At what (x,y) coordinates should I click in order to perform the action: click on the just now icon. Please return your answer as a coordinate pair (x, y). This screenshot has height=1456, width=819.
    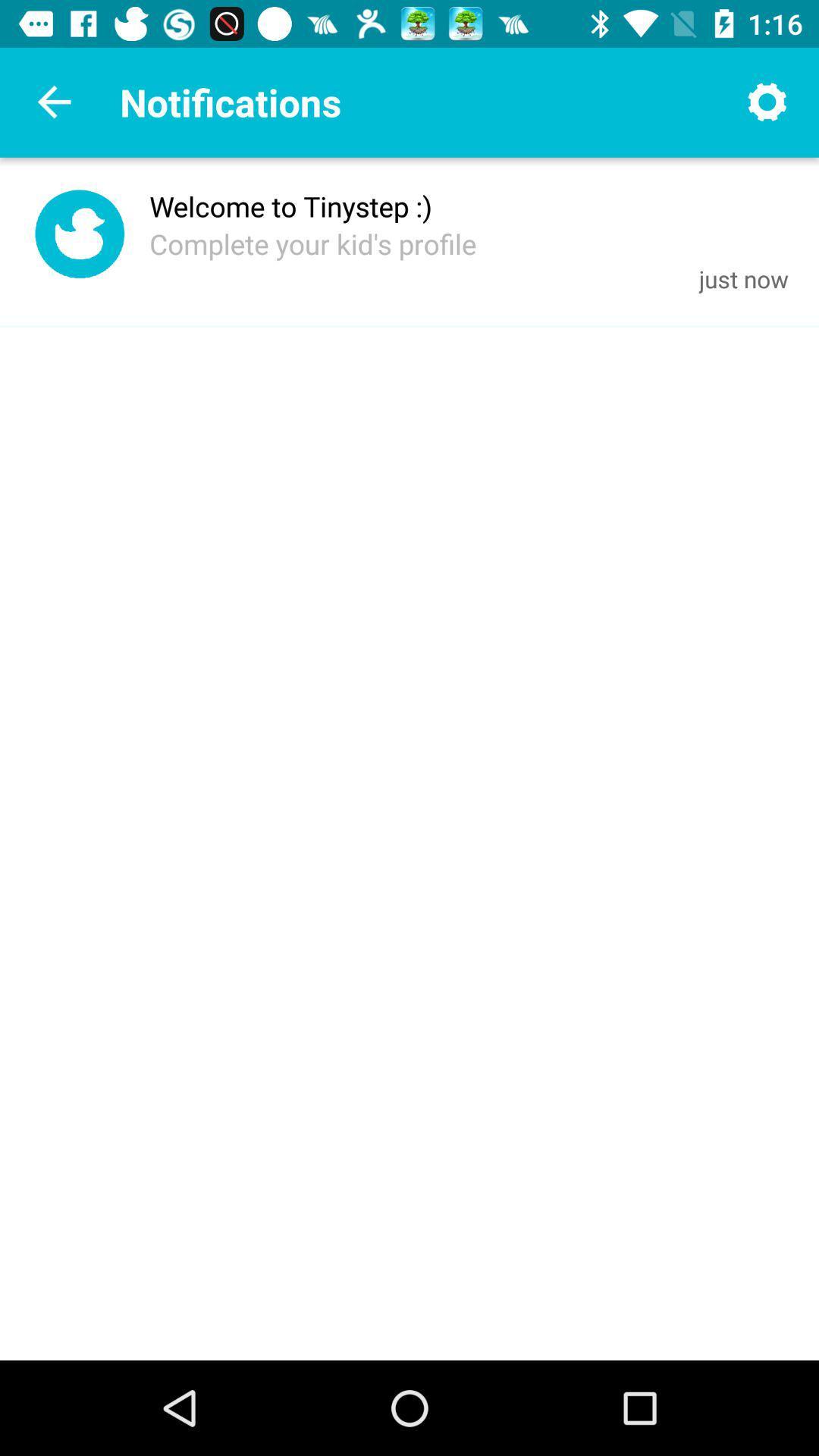
    Looking at the image, I should click on (742, 278).